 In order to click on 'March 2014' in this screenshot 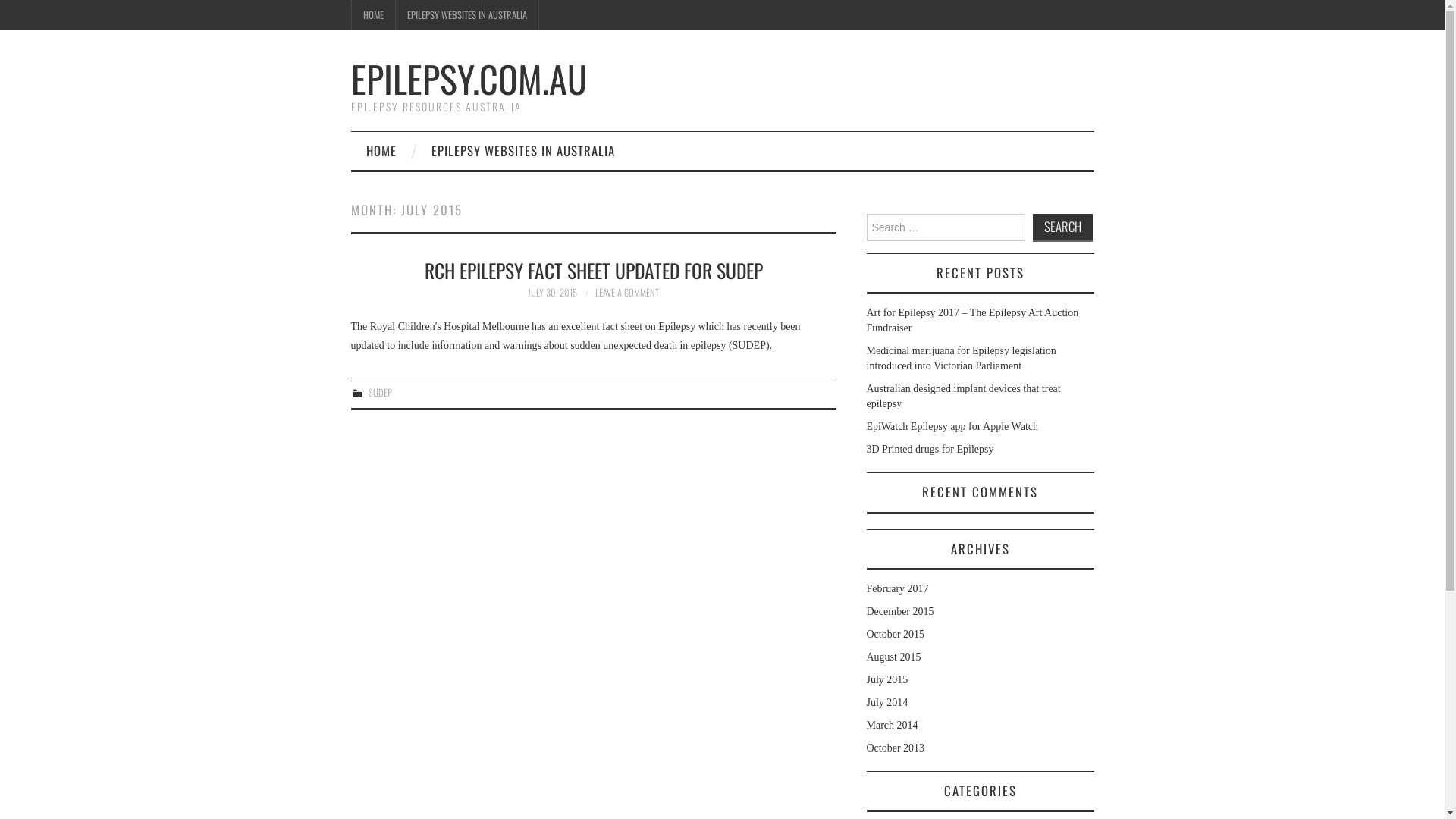, I will do `click(892, 724)`.